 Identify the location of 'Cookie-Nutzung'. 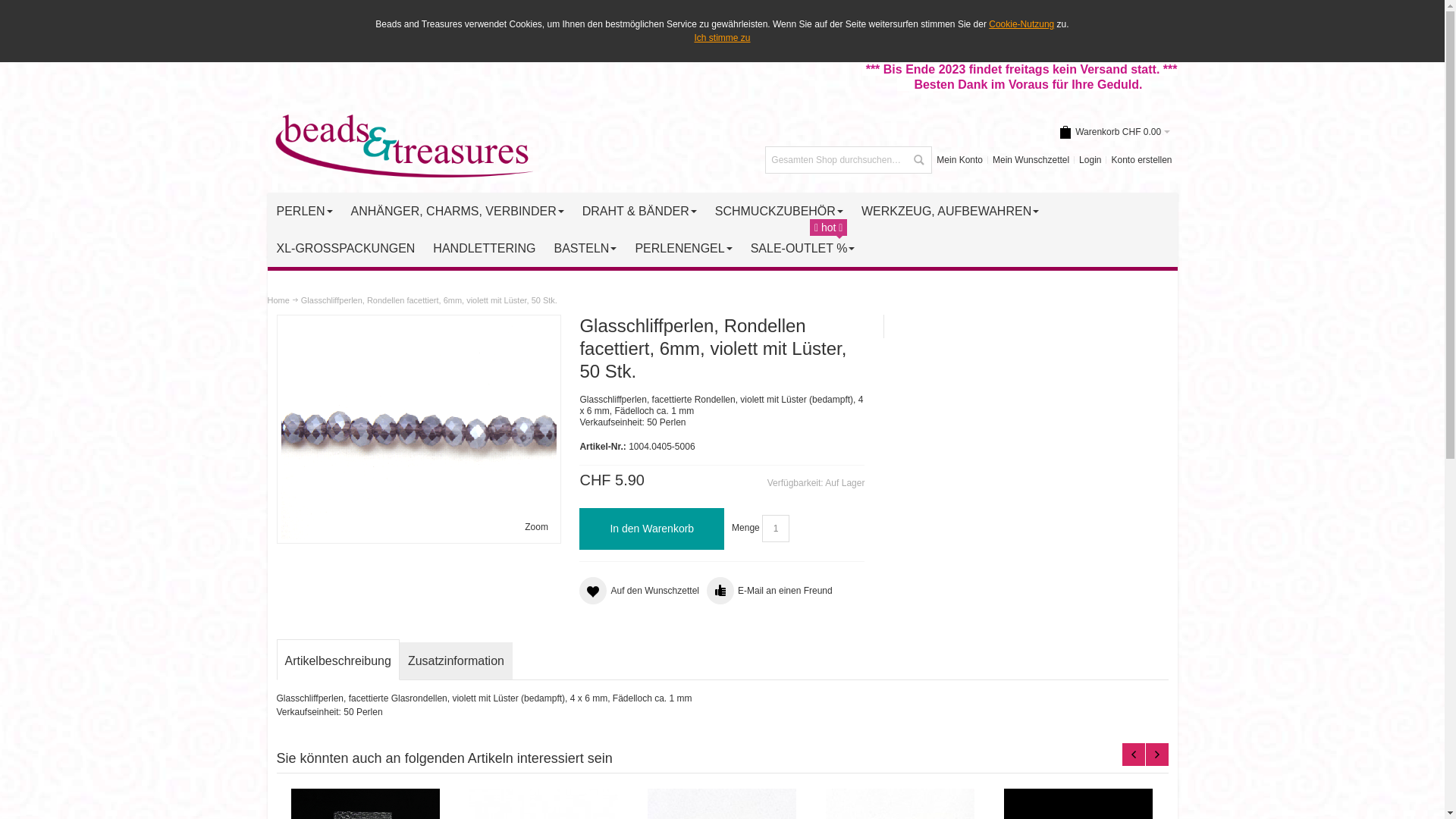
(1021, 24).